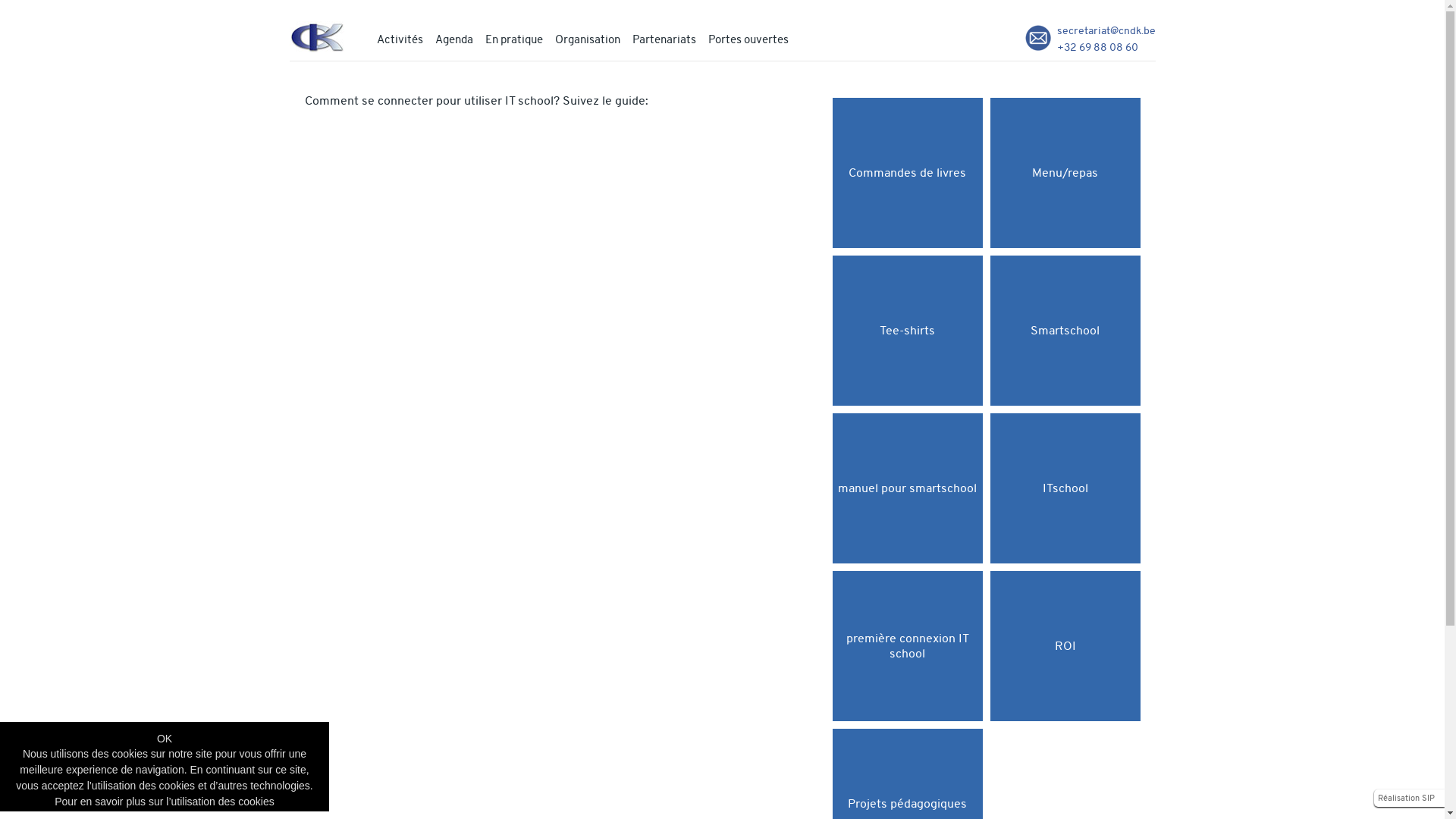 Image resolution: width=1456 pixels, height=819 pixels. Describe the element at coordinates (586, 38) in the screenshot. I see `'Organisation'` at that location.